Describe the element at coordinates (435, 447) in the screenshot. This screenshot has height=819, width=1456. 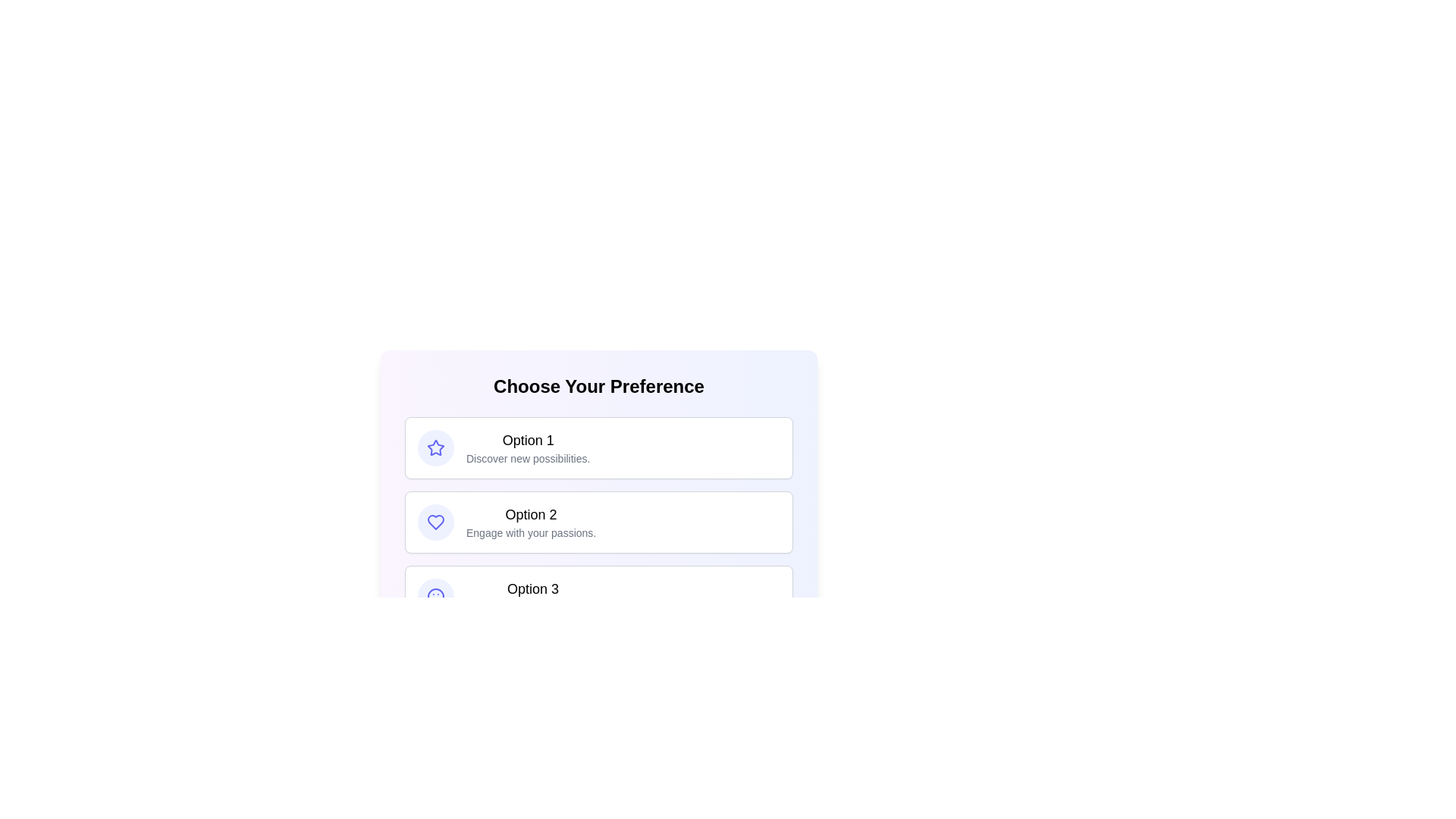
I see `the indigo star-shaped SVG icon located to the left of 'Option 1' and above the text 'Discover new possibilities'` at that location.